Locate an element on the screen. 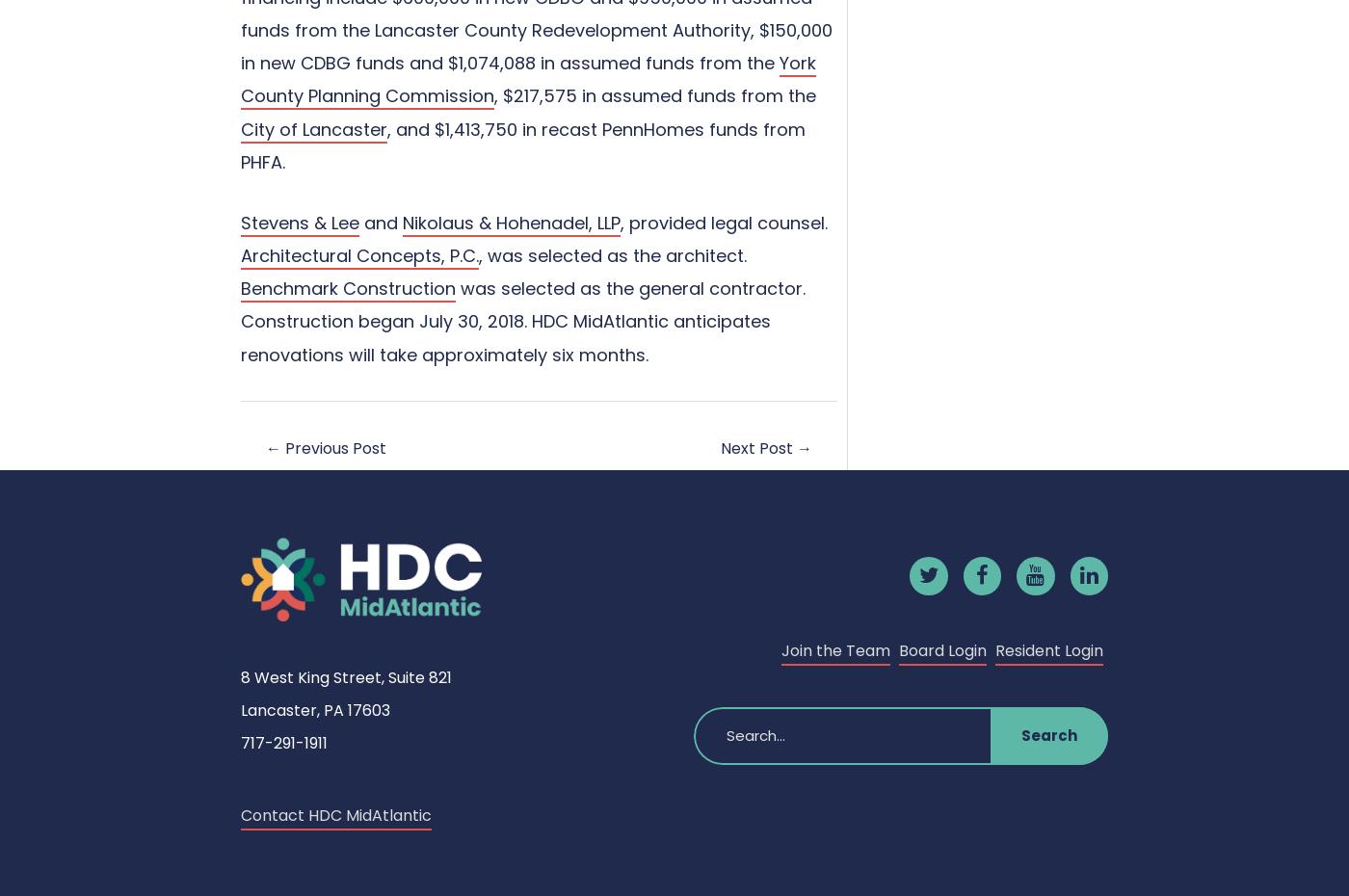 The image size is (1349, 896). 'Stevens & Lee' is located at coordinates (300, 221).